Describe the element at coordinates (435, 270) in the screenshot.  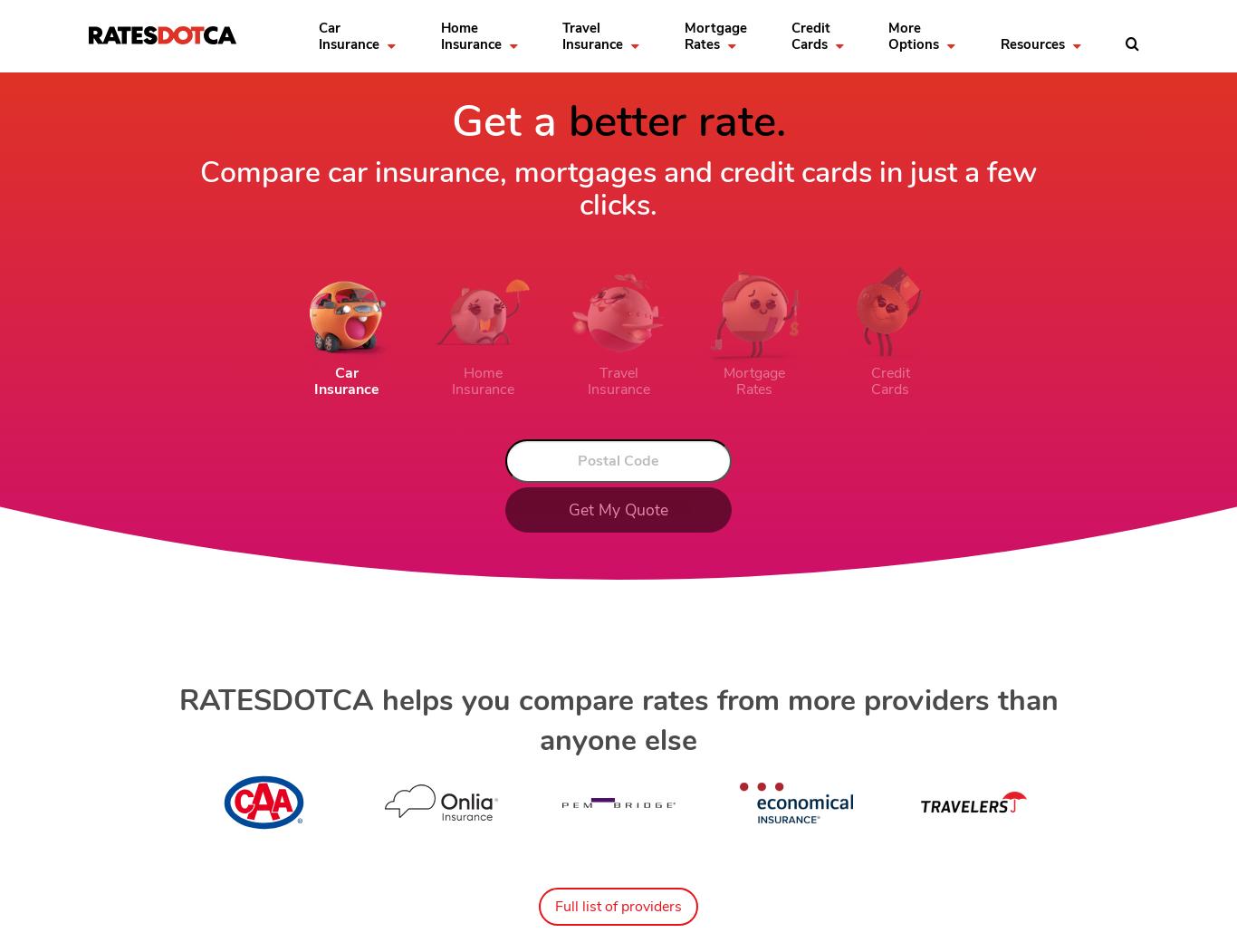
I see `'Student Credit Cards'` at that location.